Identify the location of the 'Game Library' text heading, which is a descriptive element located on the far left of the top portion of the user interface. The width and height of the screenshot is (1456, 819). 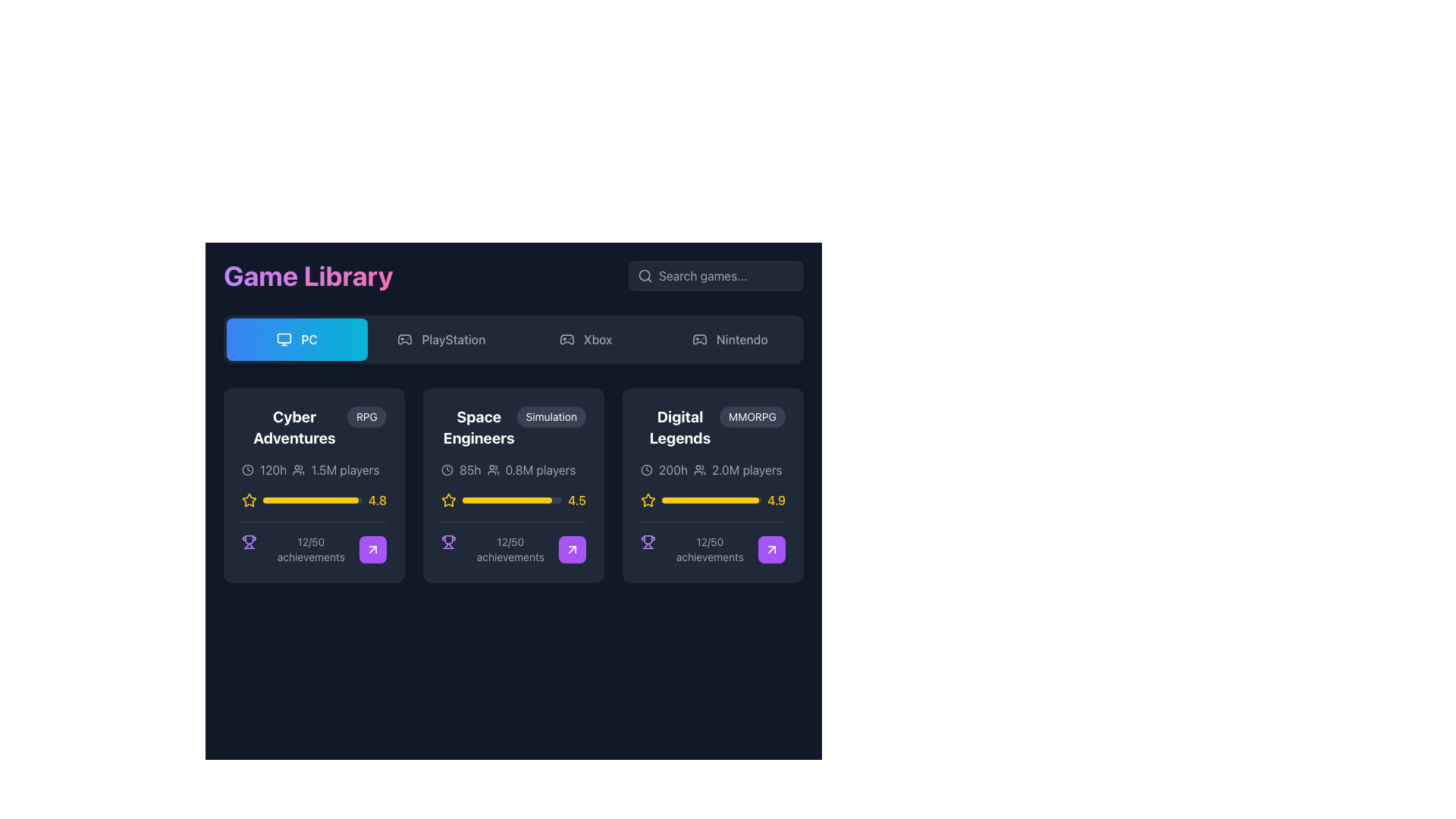
(307, 275).